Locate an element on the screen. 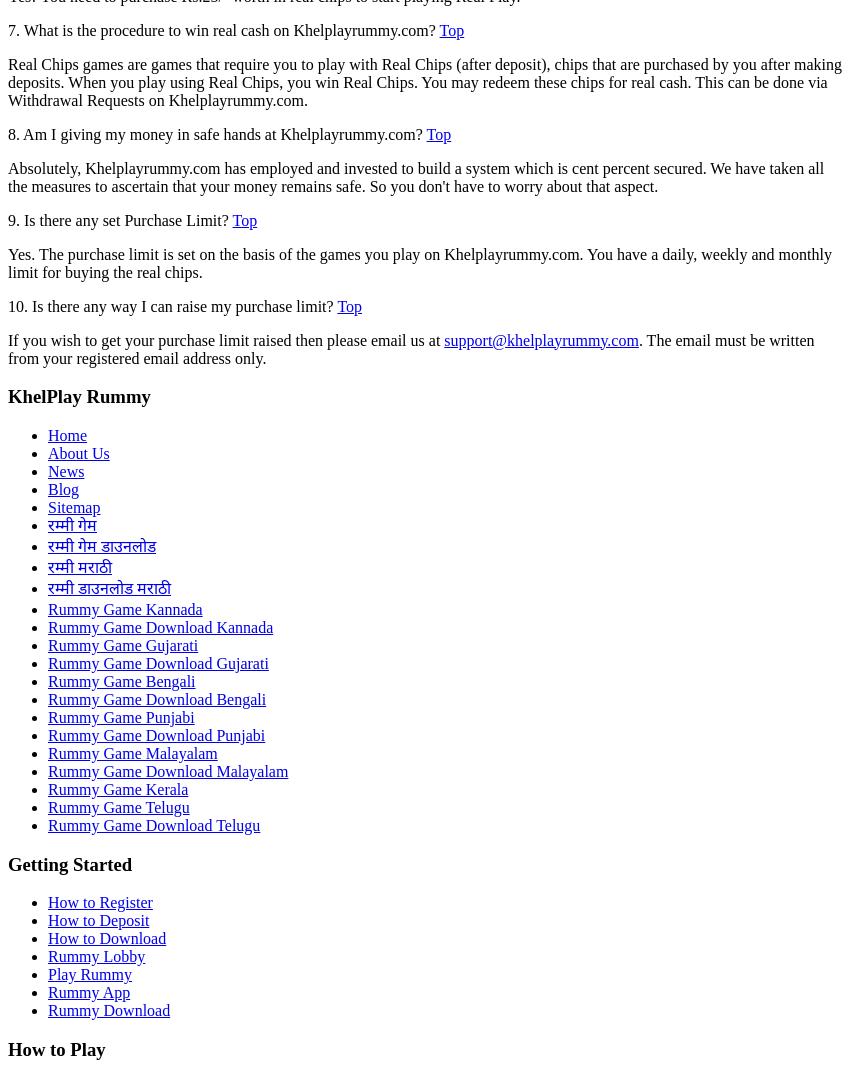 This screenshot has width=850, height=1068. 'Rummy Game Download Gujarati' is located at coordinates (158, 662).